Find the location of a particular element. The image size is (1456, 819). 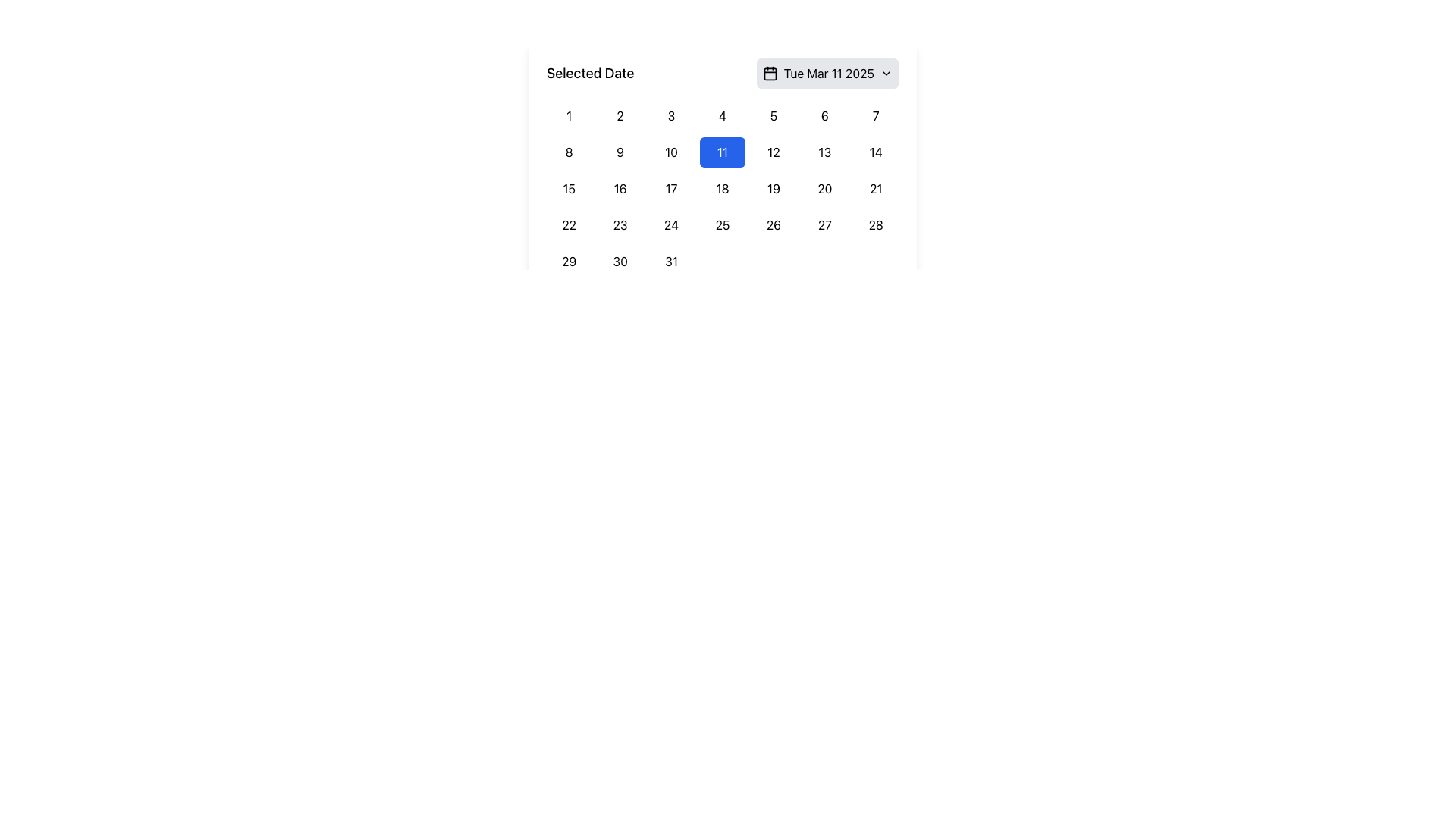

the calendar day cell representing the 23rd day of the month is located at coordinates (620, 225).